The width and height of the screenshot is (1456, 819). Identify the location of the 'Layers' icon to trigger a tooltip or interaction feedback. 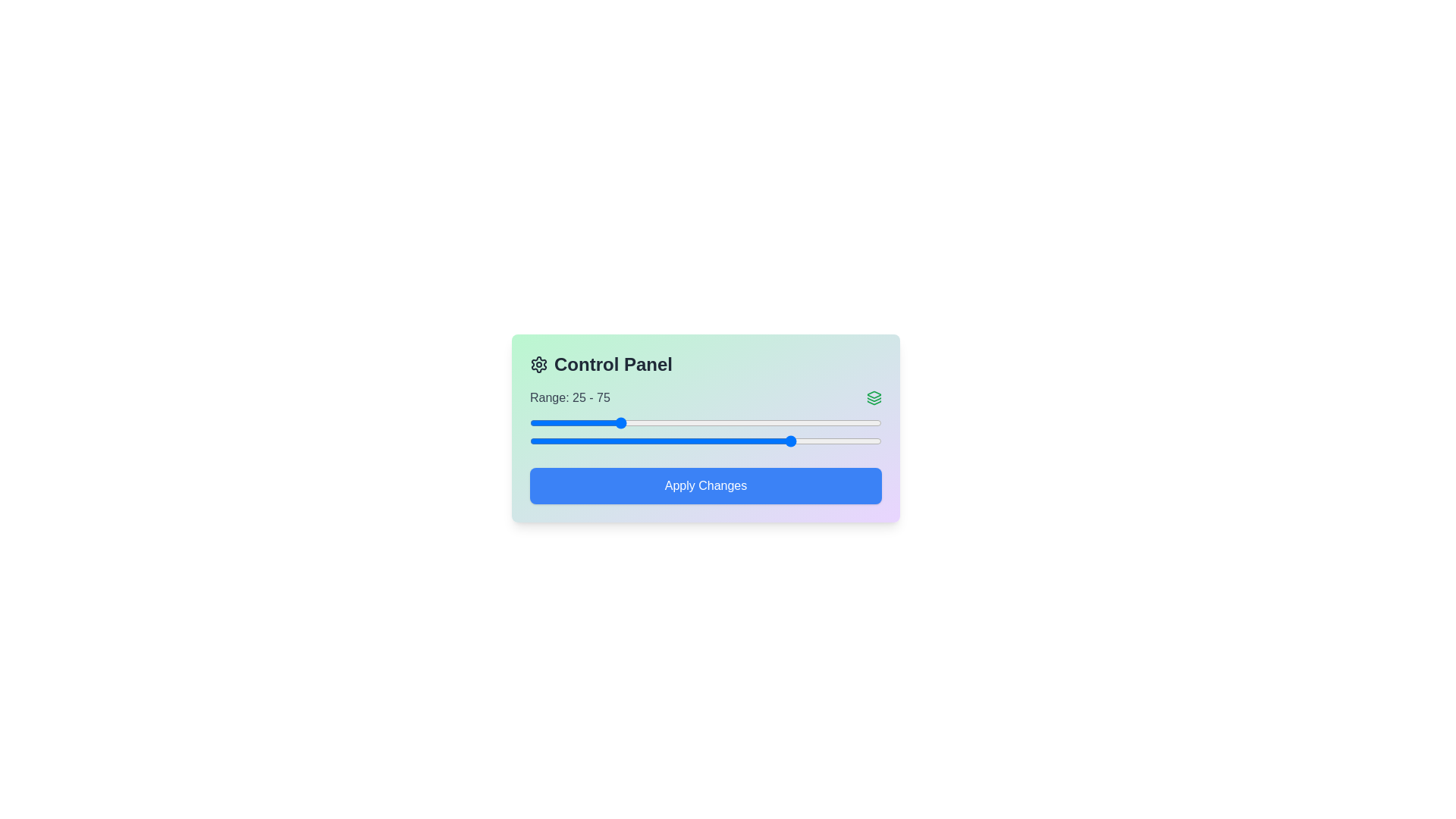
(874, 397).